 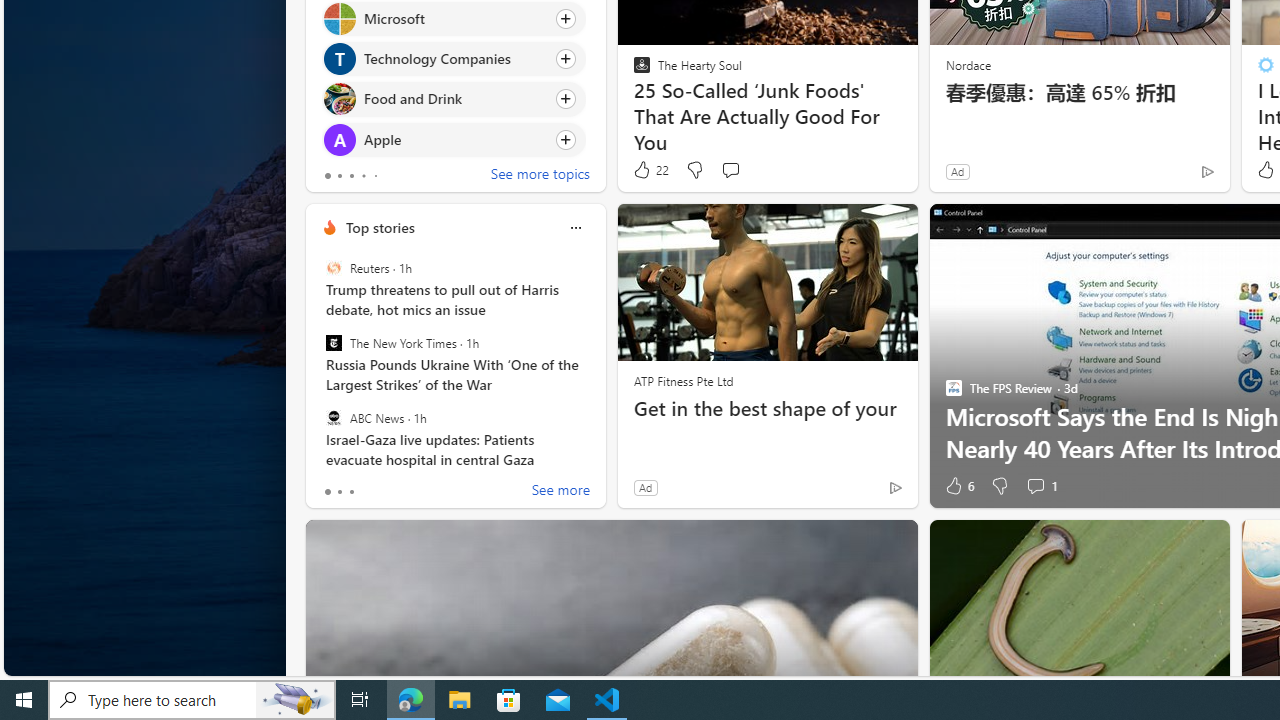 I want to click on 'Click to follow topic Microsoft', so click(x=452, y=18).